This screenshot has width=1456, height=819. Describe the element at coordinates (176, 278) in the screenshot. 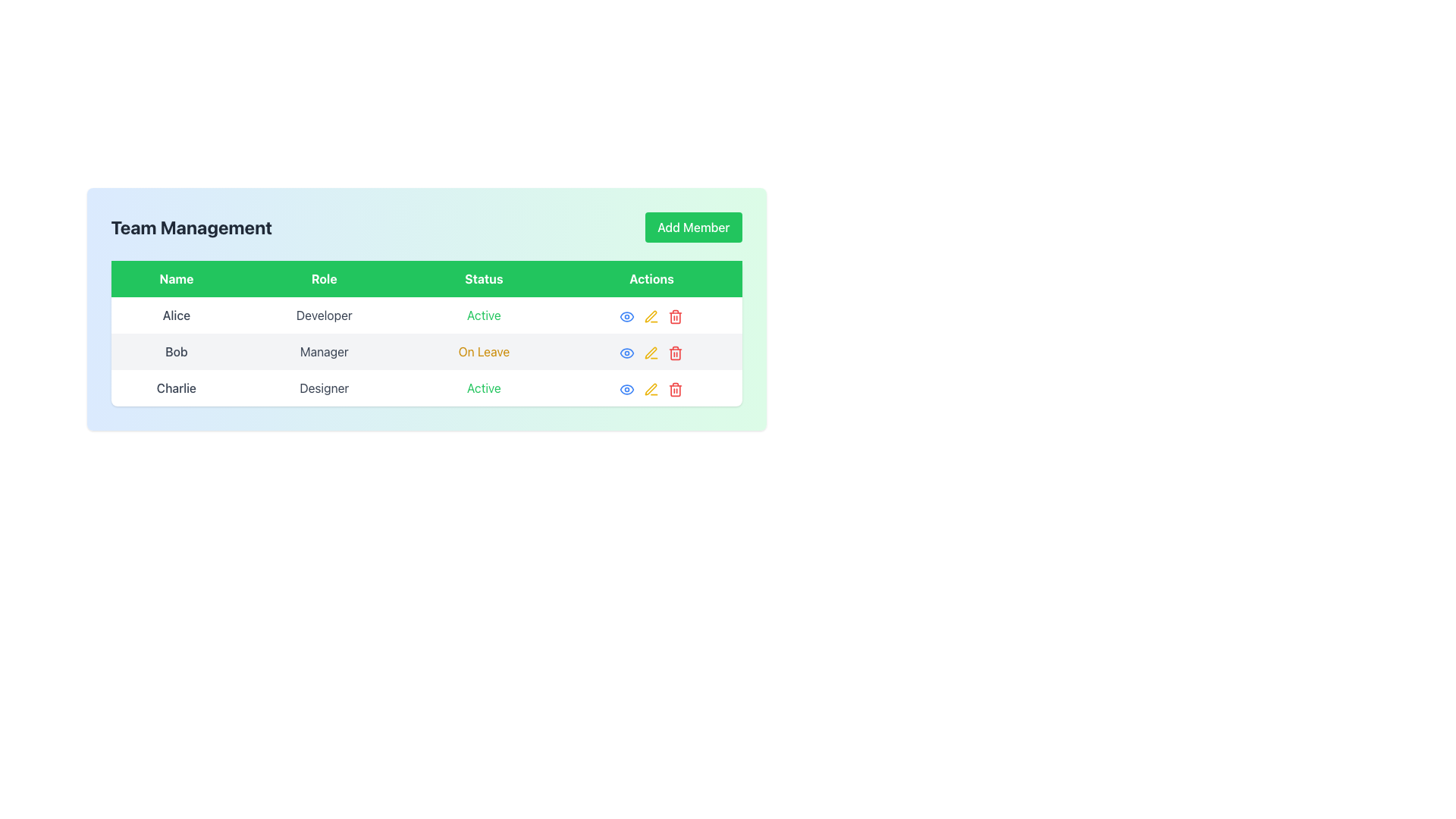

I see `the 'Name' text label, which is a green rectangular header with white bold text, located at the top-left of the table` at that location.